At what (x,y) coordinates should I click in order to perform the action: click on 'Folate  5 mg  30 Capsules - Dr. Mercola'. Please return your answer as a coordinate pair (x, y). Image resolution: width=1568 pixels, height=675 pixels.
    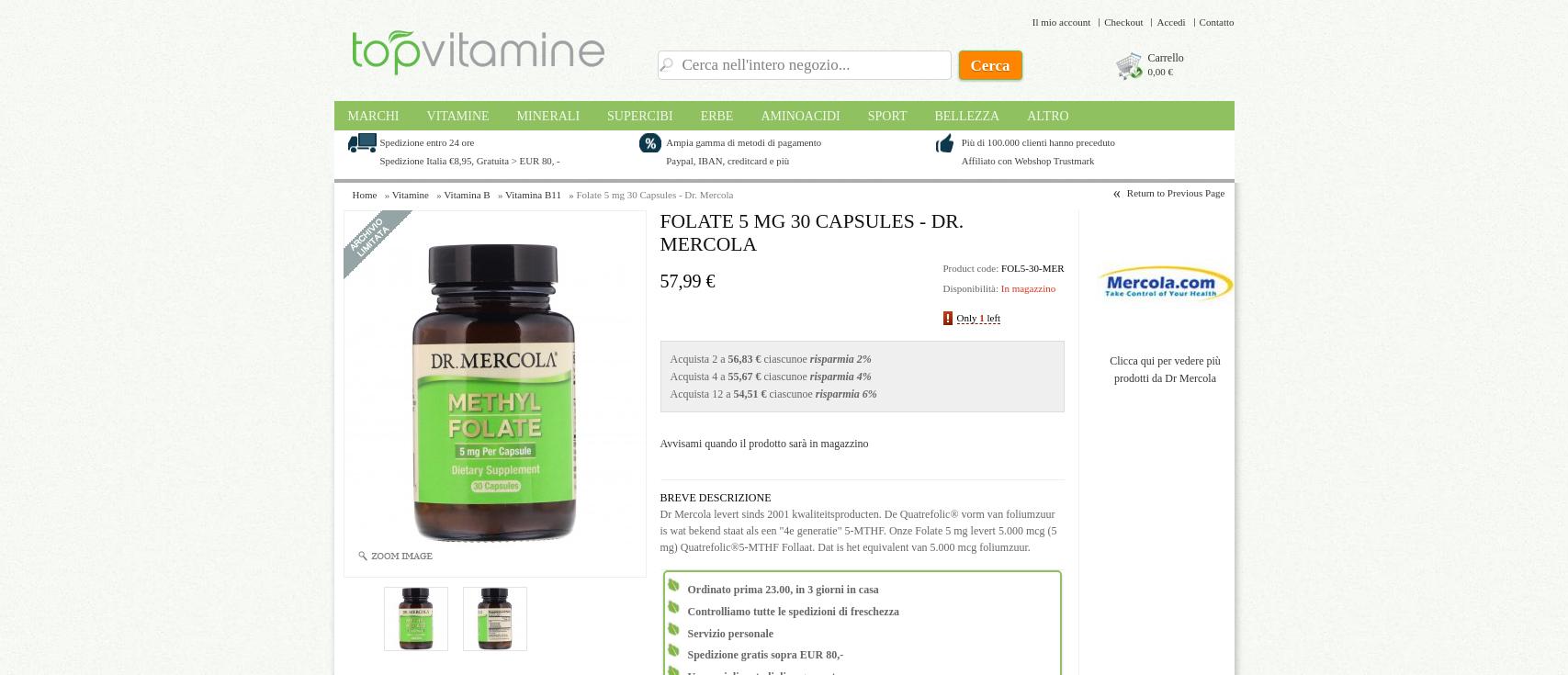
    Looking at the image, I should click on (654, 193).